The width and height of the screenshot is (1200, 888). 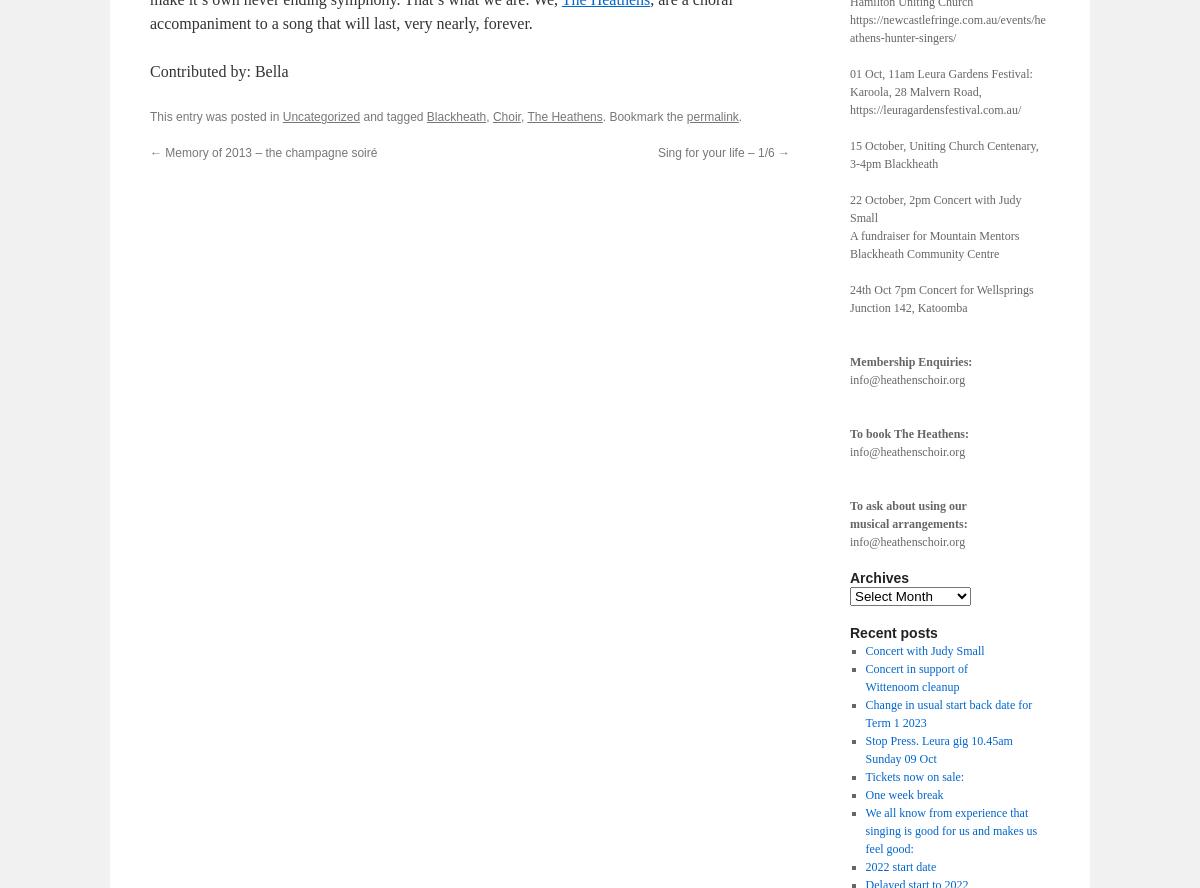 I want to click on '24th Oct 7pm Concert for Wellsprings', so click(x=941, y=289).